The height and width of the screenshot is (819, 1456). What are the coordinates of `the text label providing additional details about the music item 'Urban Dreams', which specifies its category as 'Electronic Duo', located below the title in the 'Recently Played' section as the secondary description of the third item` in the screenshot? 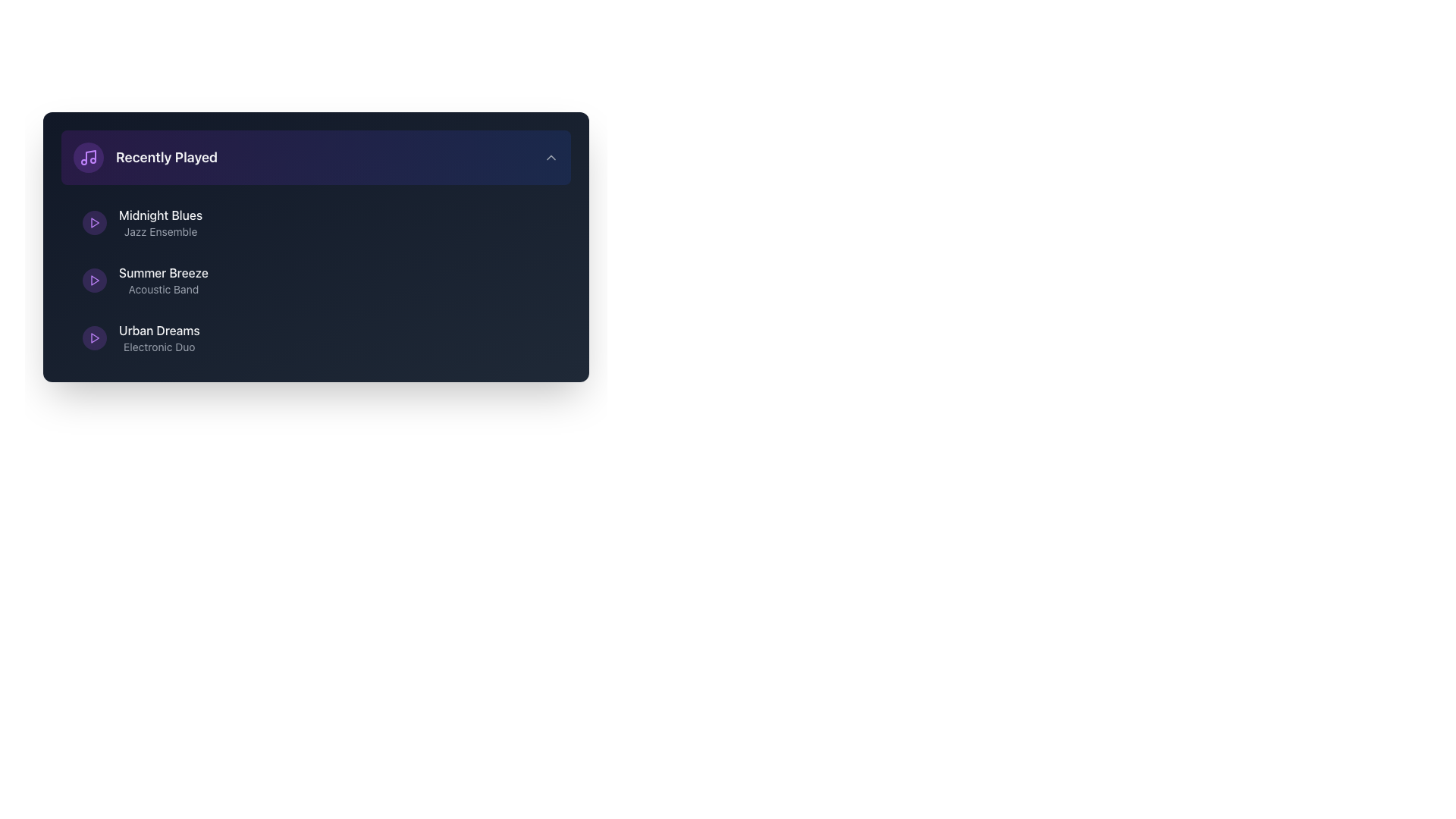 It's located at (159, 347).